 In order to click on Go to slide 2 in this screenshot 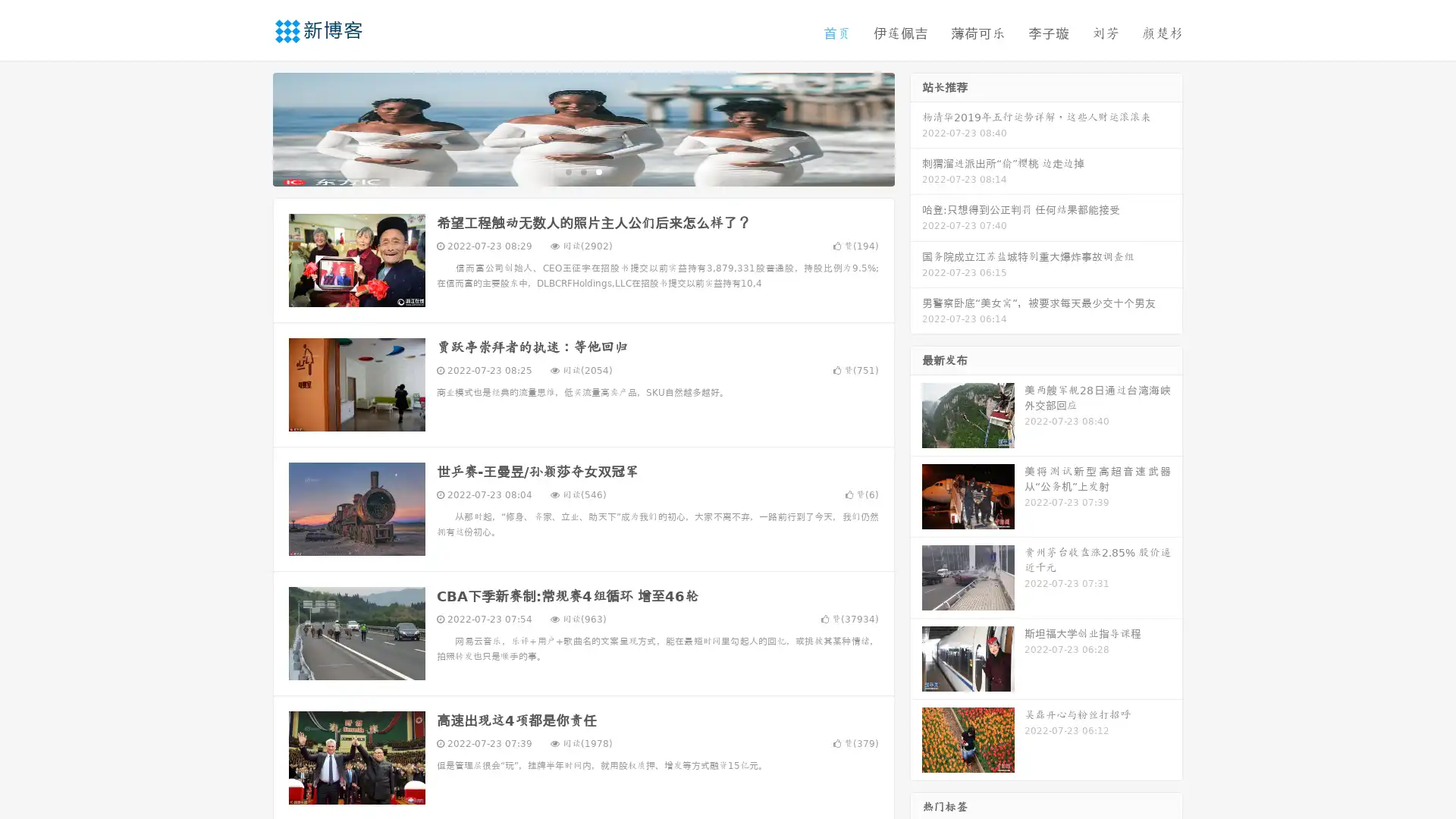, I will do `click(582, 171)`.